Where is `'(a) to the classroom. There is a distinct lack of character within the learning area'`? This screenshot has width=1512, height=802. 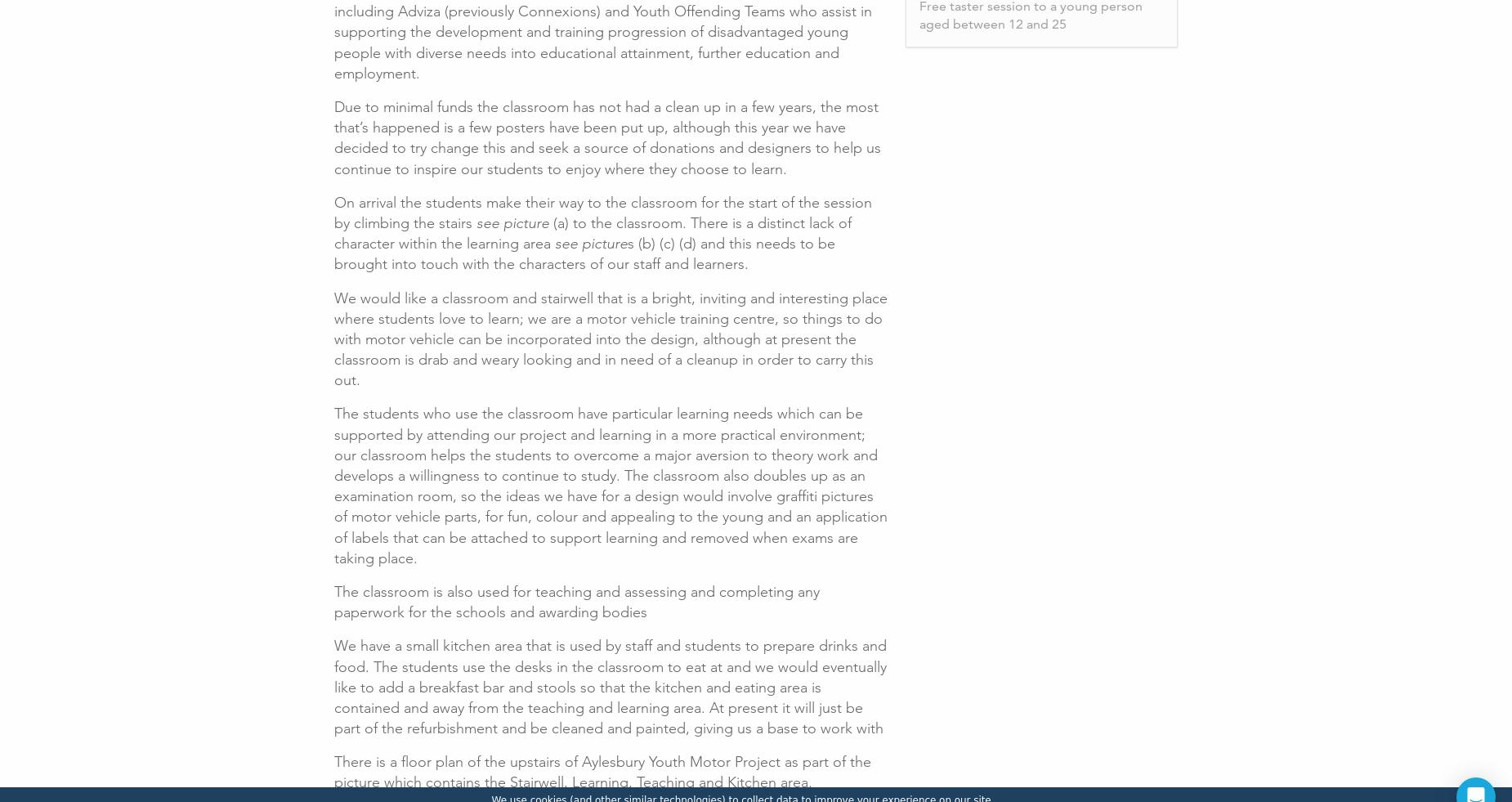 '(a) to the classroom. There is a distinct lack of character within the learning area' is located at coordinates (593, 231).